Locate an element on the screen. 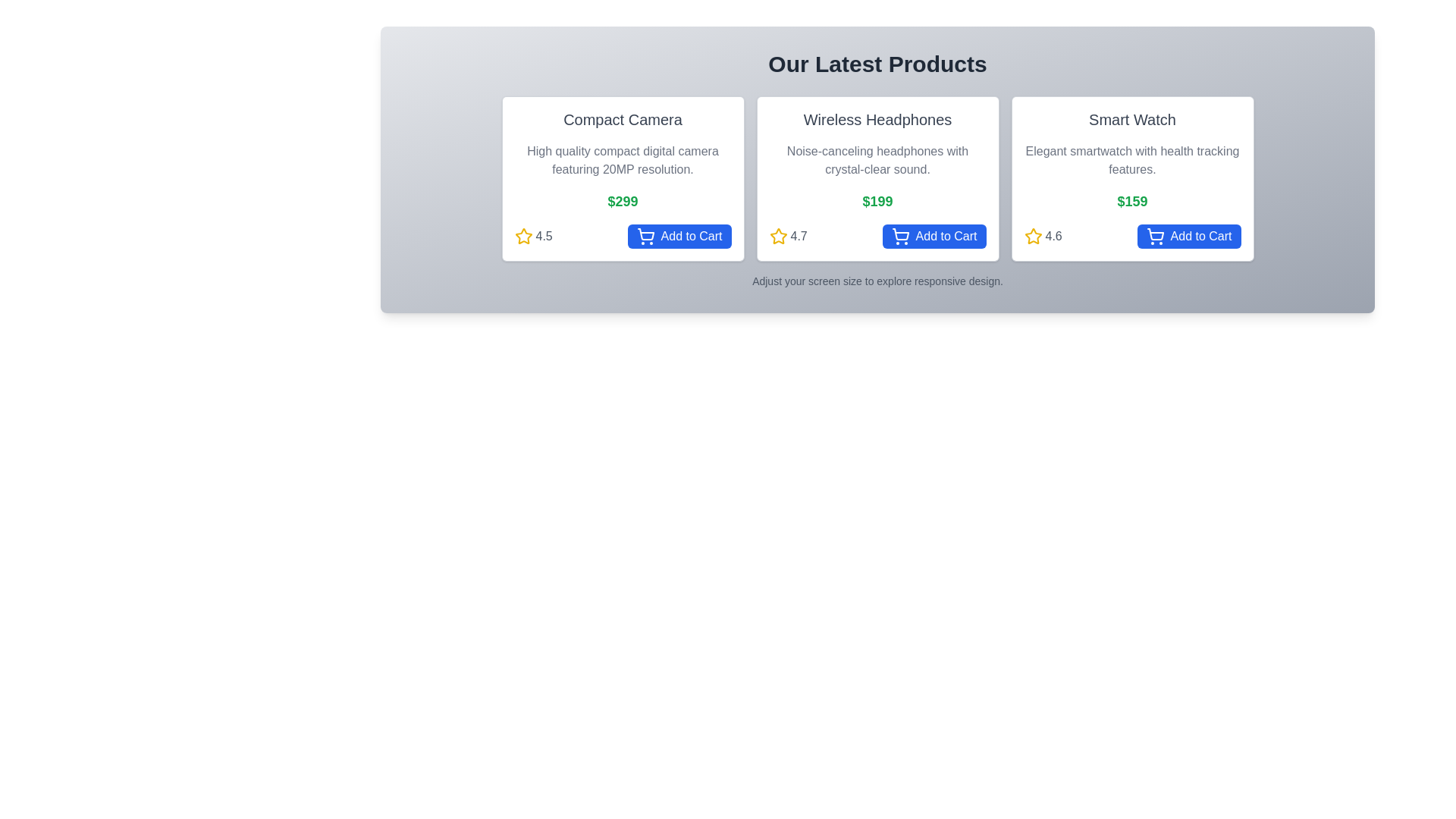  the shopping cart icon located on the left side of the 'Add to Cart' button under the 'Compact Camera' section is located at coordinates (645, 237).